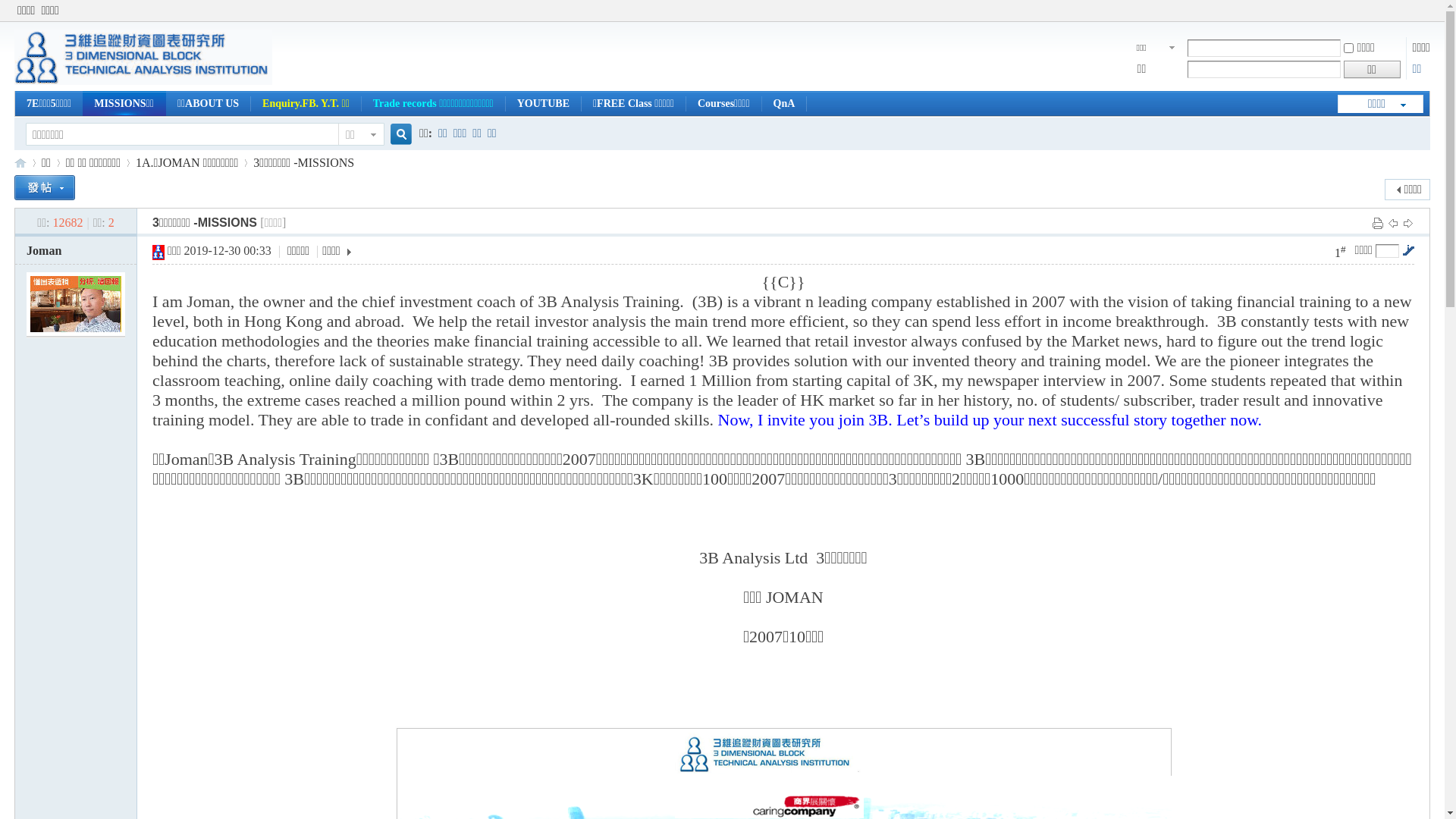  Describe the element at coordinates (43, 249) in the screenshot. I see `'Joman'` at that location.